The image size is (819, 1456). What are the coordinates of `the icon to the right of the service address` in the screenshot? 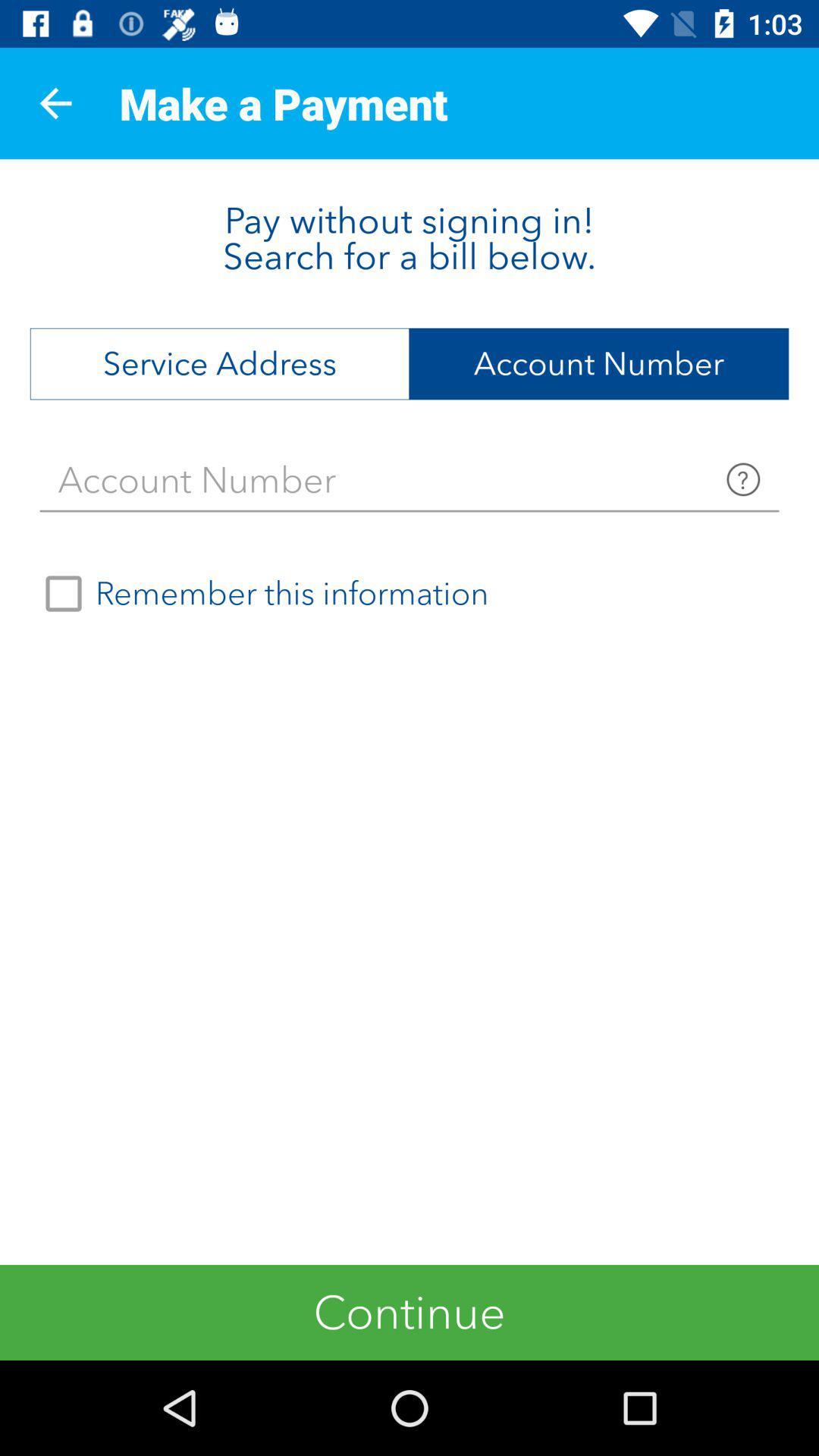 It's located at (598, 364).